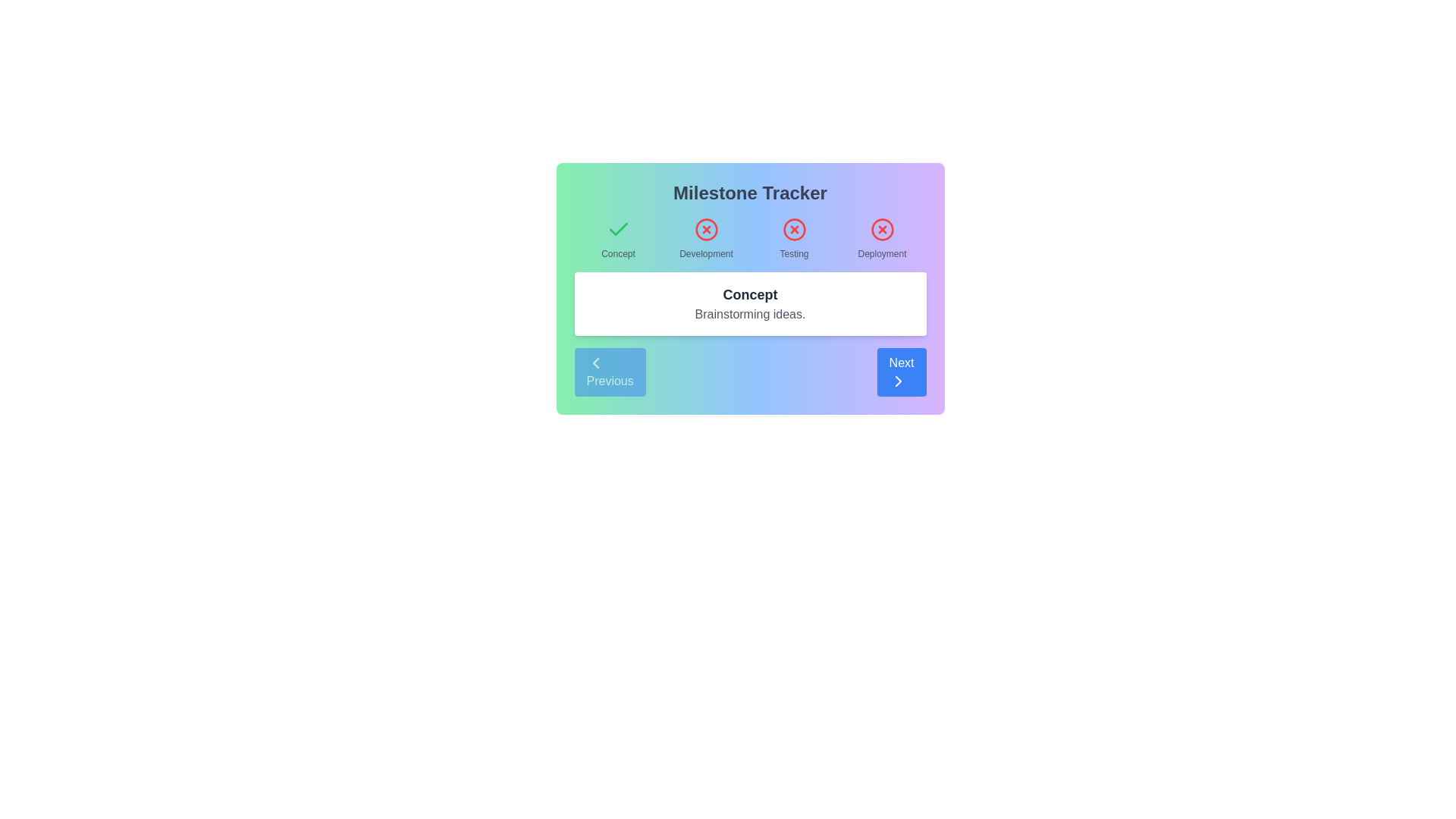  What do you see at coordinates (882, 230) in the screenshot?
I see `status indicator icon for the 'Deployment' milestone, which is the fourth icon in the horizontal series above the 'Deployment' label` at bounding box center [882, 230].